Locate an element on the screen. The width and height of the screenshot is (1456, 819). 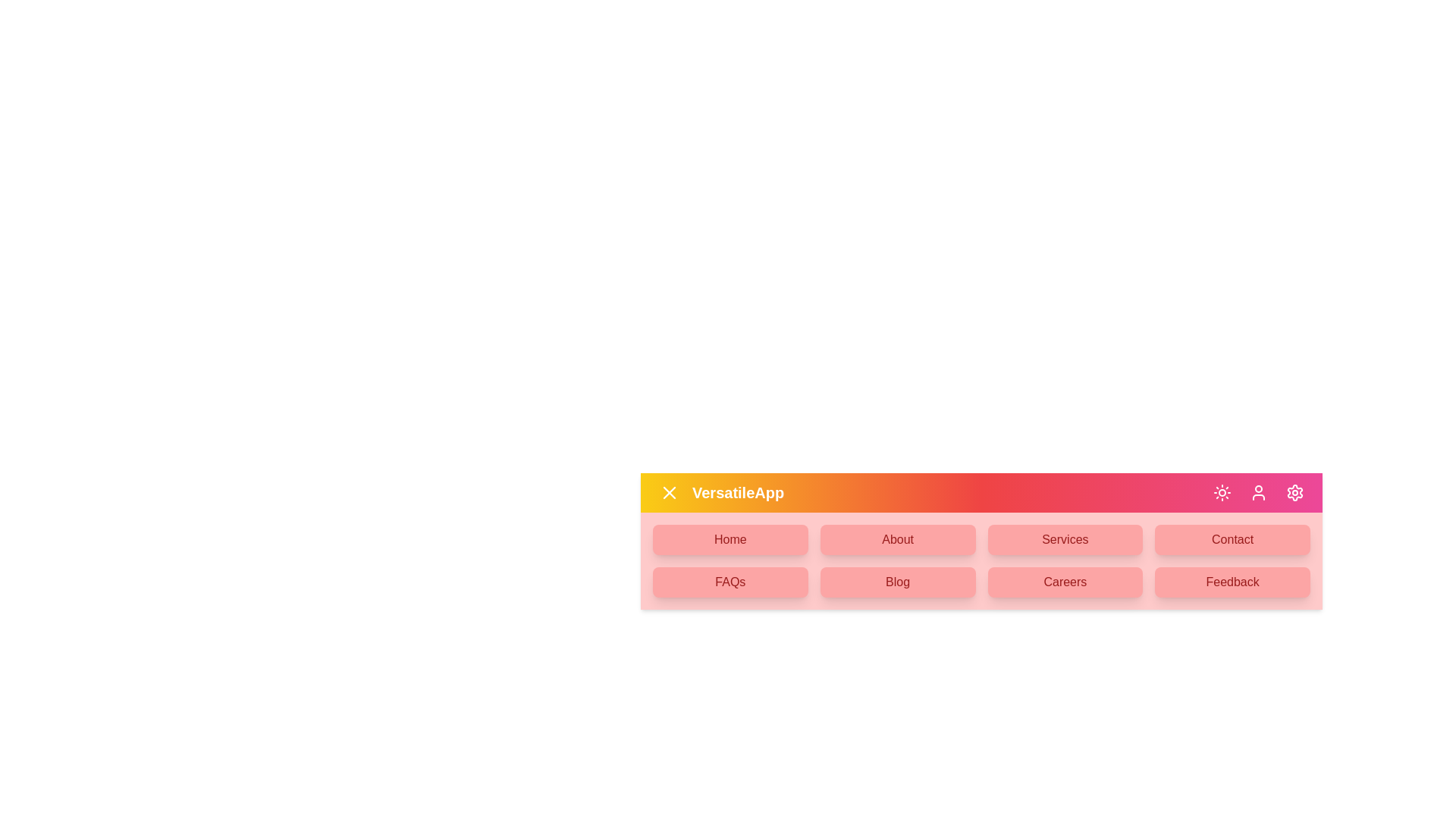
the menu item Feedback from the available options is located at coordinates (1232, 581).